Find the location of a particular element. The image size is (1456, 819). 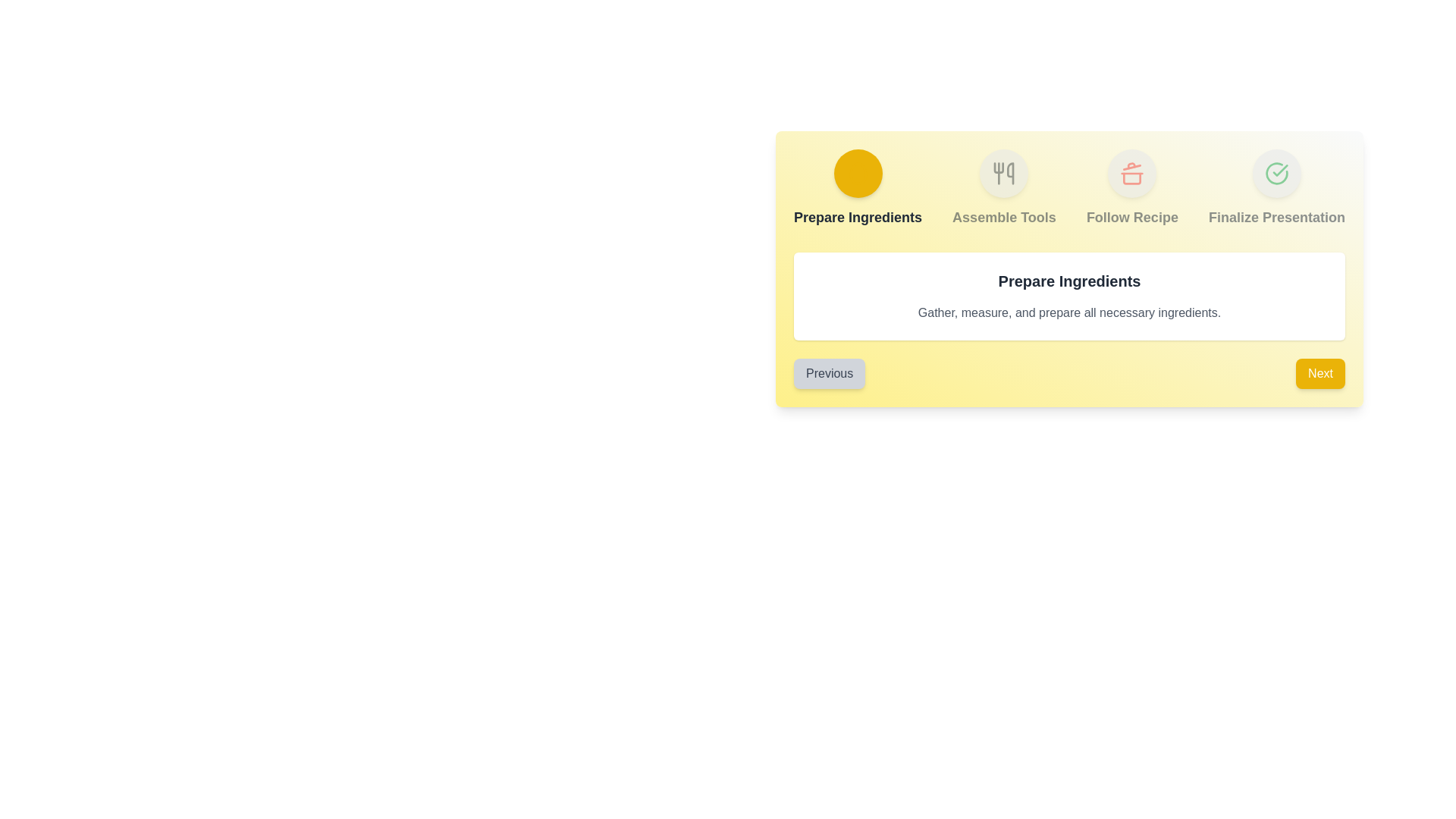

the navigational element featuring a red cooking pot icon and the text label 'Follow Recipe', which is the third element in a sequence of four horizontally arranged groupings is located at coordinates (1132, 188).